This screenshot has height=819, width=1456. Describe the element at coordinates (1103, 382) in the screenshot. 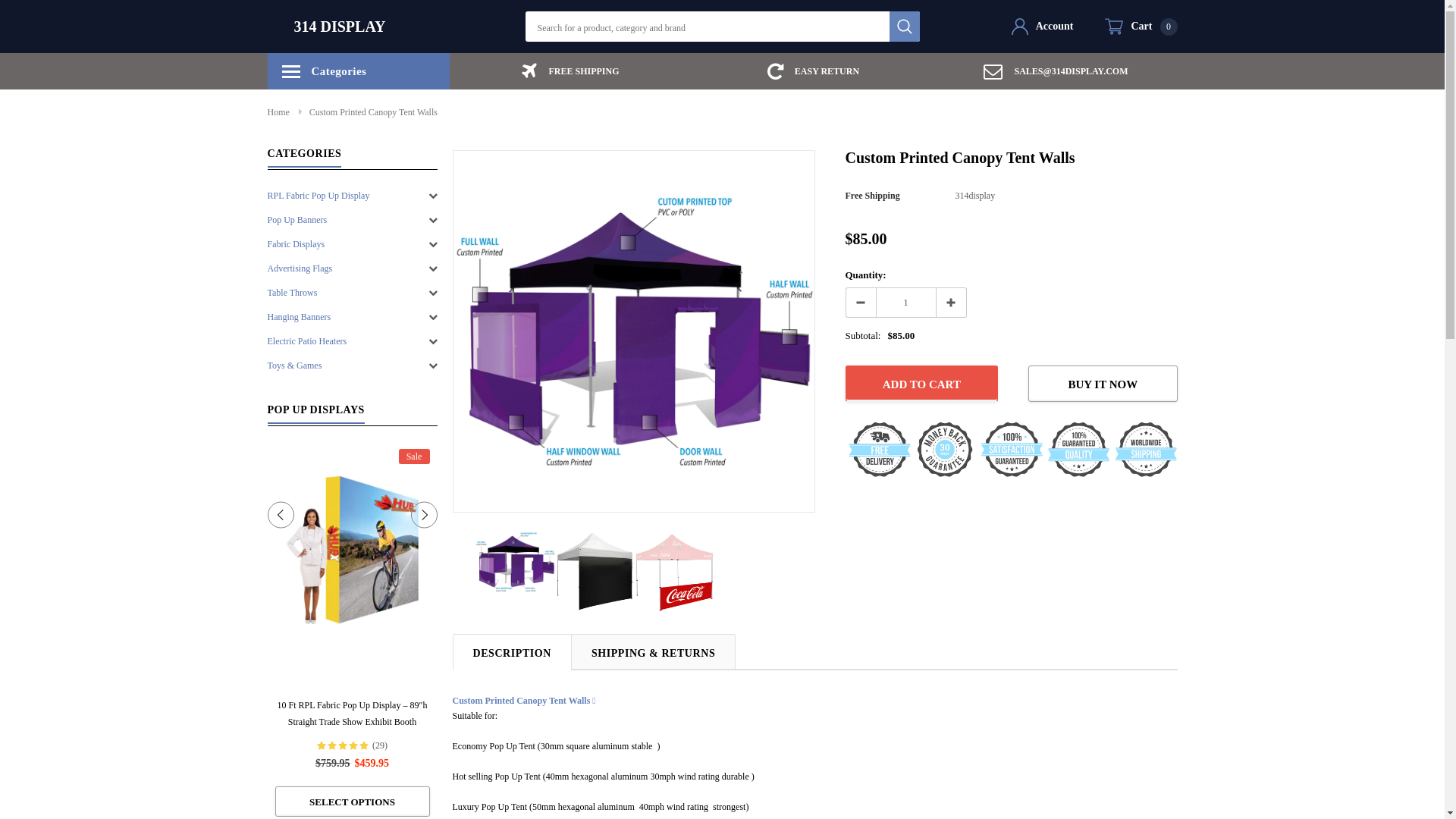

I see `'BUY IT NOW'` at that location.